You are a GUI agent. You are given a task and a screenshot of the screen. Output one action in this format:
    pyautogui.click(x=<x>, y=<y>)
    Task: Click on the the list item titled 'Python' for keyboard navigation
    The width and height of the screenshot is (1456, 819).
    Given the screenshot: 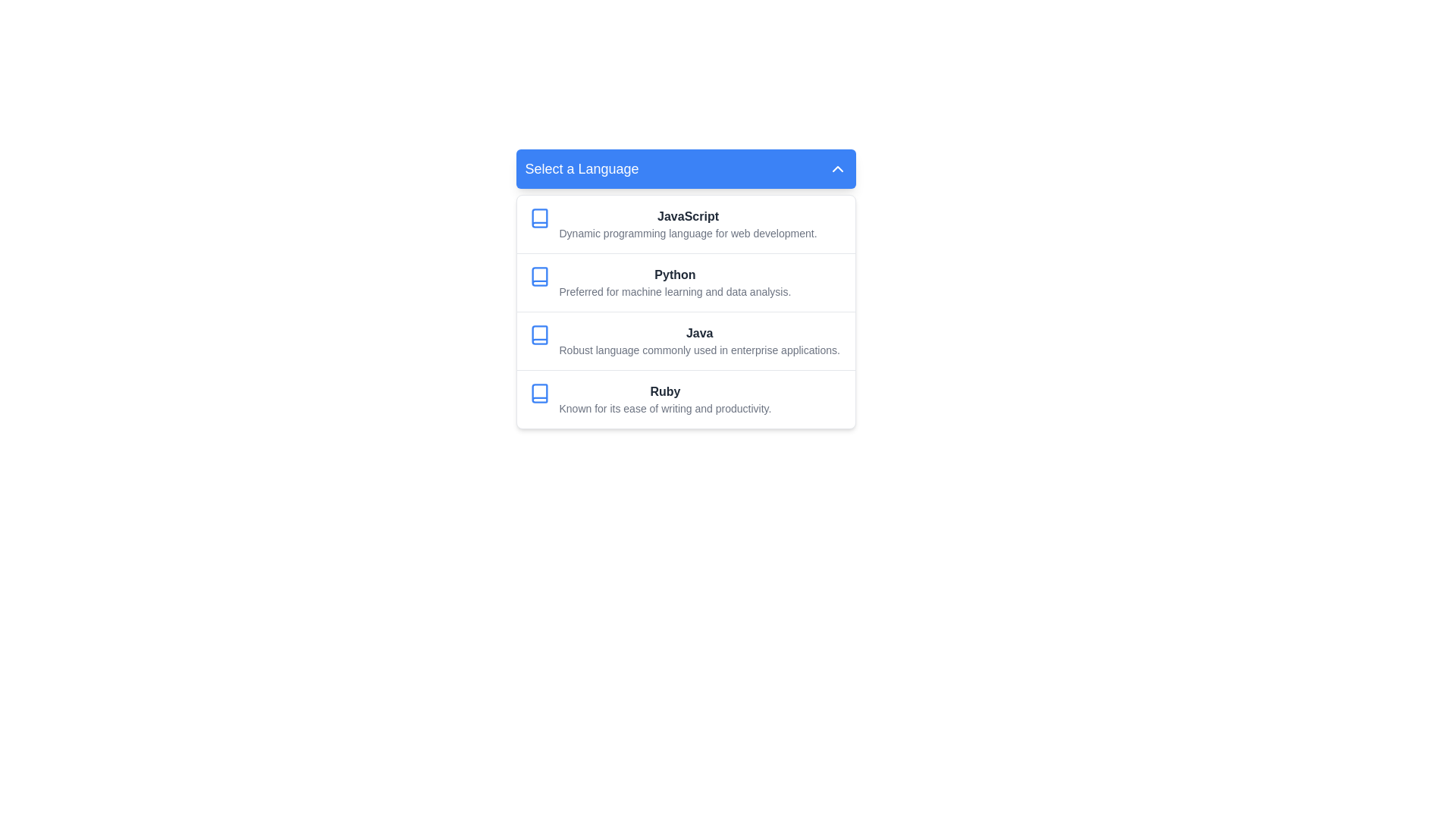 What is the action you would take?
    pyautogui.click(x=674, y=283)
    